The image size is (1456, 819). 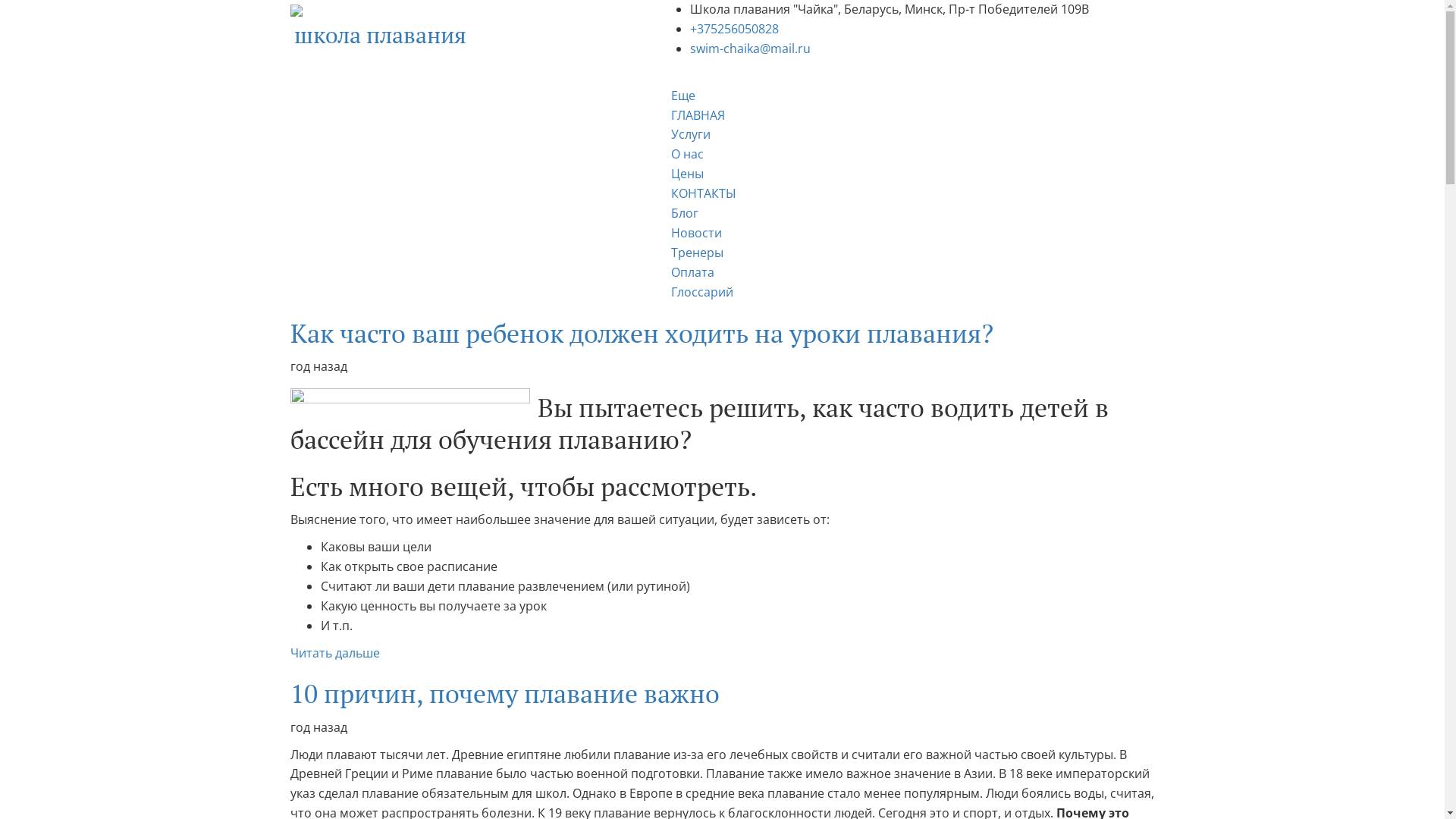 What do you see at coordinates (689, 48) in the screenshot?
I see `'swim-chaika@mail.ru'` at bounding box center [689, 48].